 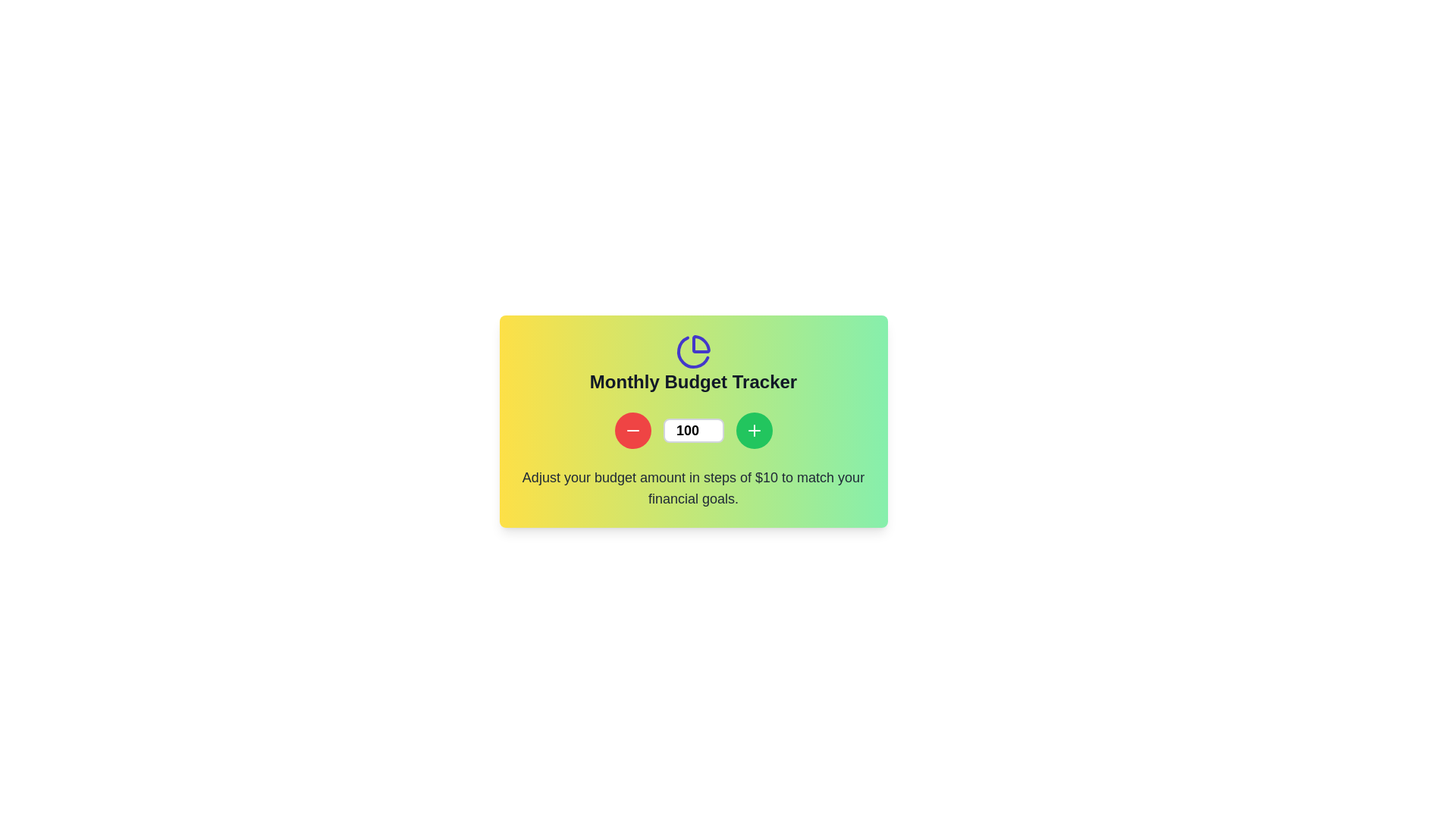 What do you see at coordinates (632, 430) in the screenshot?
I see `the minus icon (-) inside the red circular button to decrease the value in the numeric input field showing 100` at bounding box center [632, 430].